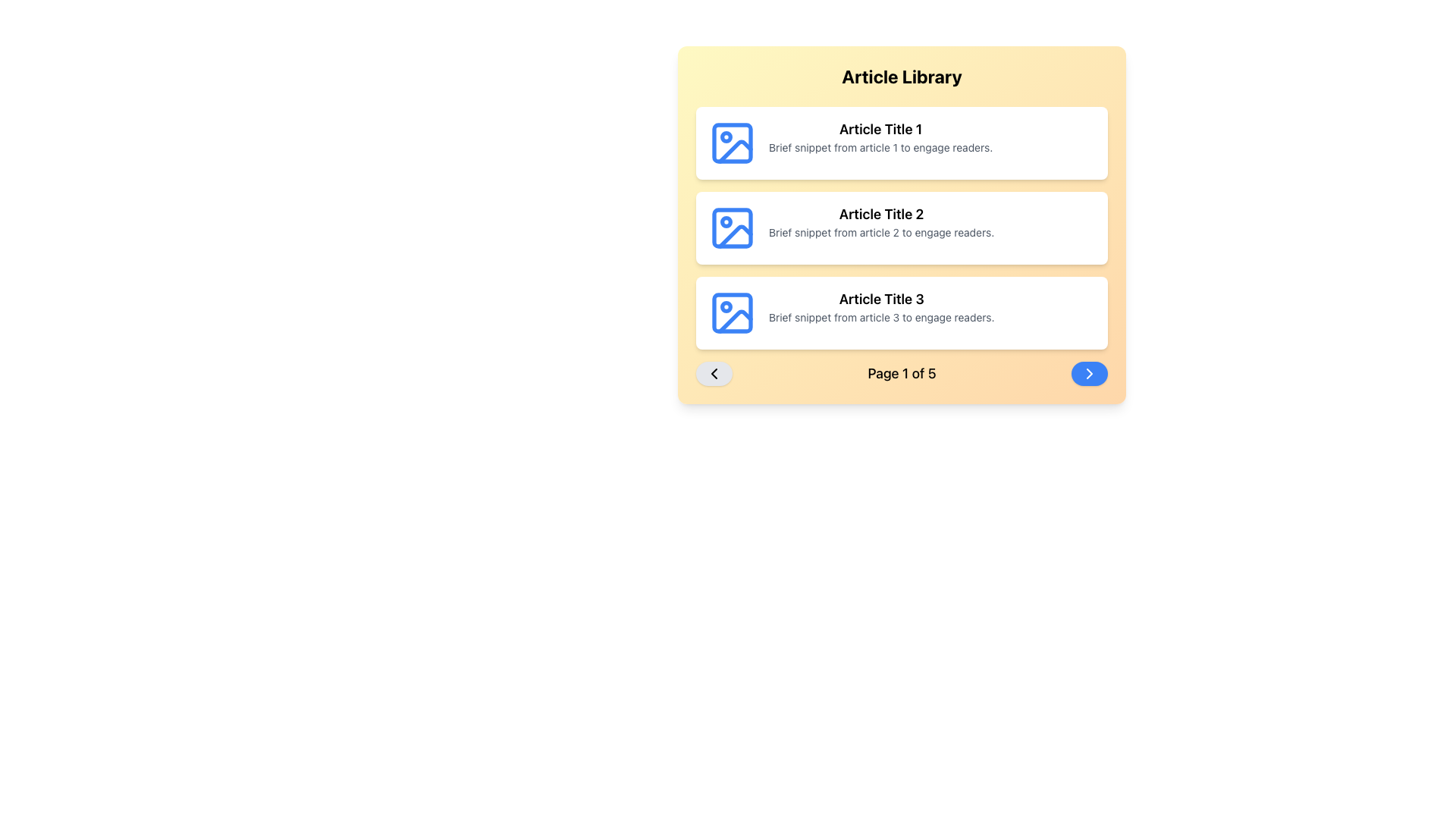  Describe the element at coordinates (732, 227) in the screenshot. I see `the small rounded rectangle in the icon for 'Article Title 2', which is centrally positioned within the blue image placeholder icon` at that location.